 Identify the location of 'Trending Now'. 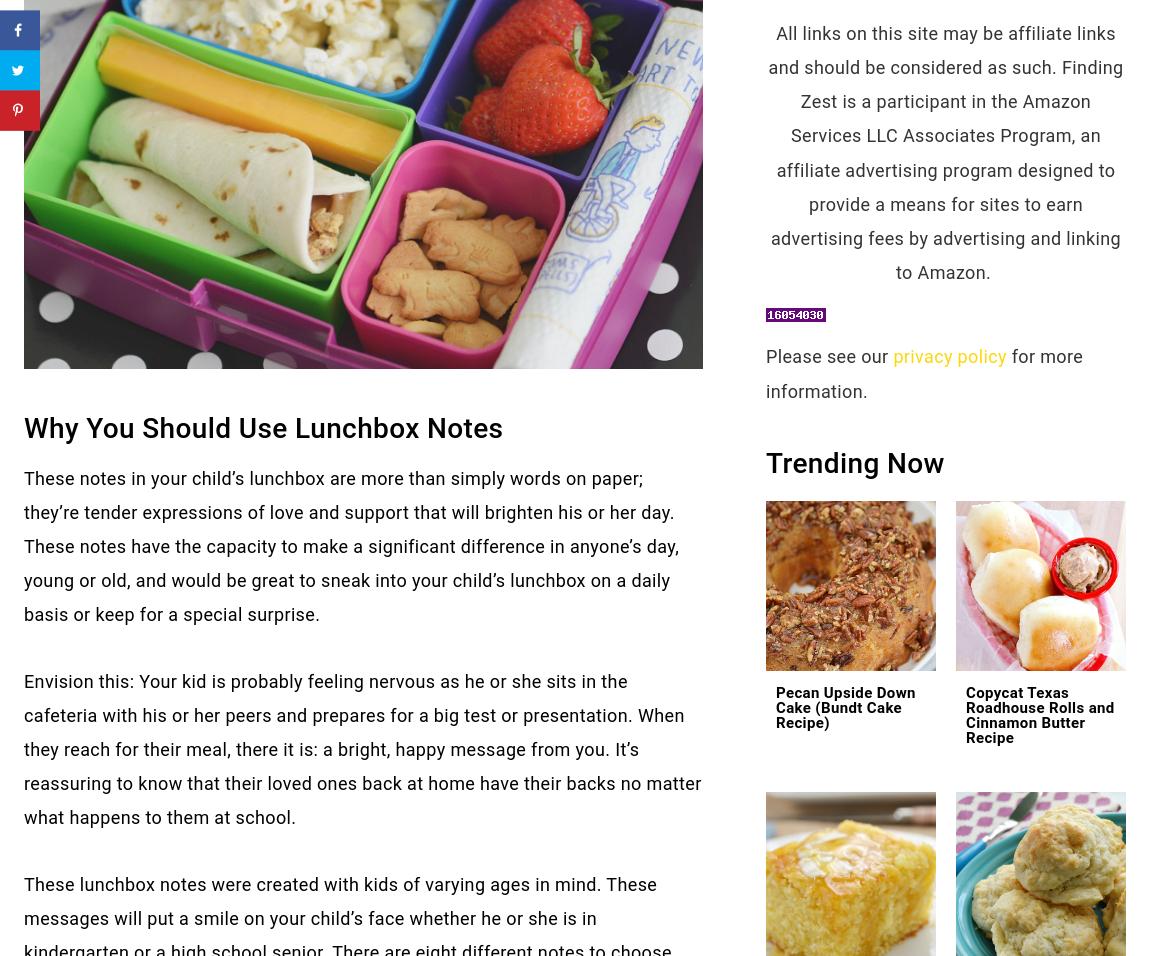
(854, 462).